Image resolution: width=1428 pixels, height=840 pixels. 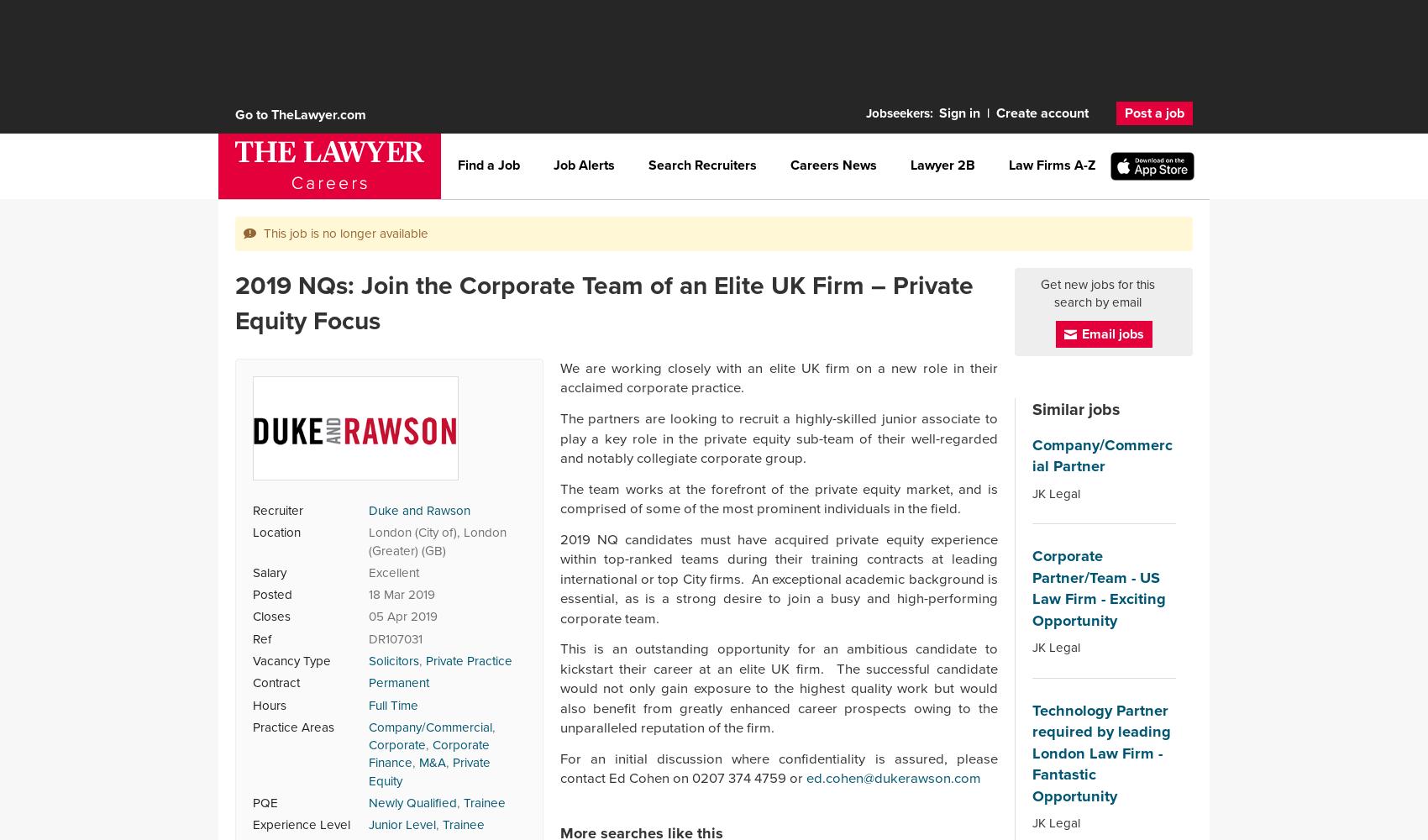 I want to click on 'Technology Partner required by leading London Law Firm - Fantastic Opportunity', so click(x=1101, y=752).